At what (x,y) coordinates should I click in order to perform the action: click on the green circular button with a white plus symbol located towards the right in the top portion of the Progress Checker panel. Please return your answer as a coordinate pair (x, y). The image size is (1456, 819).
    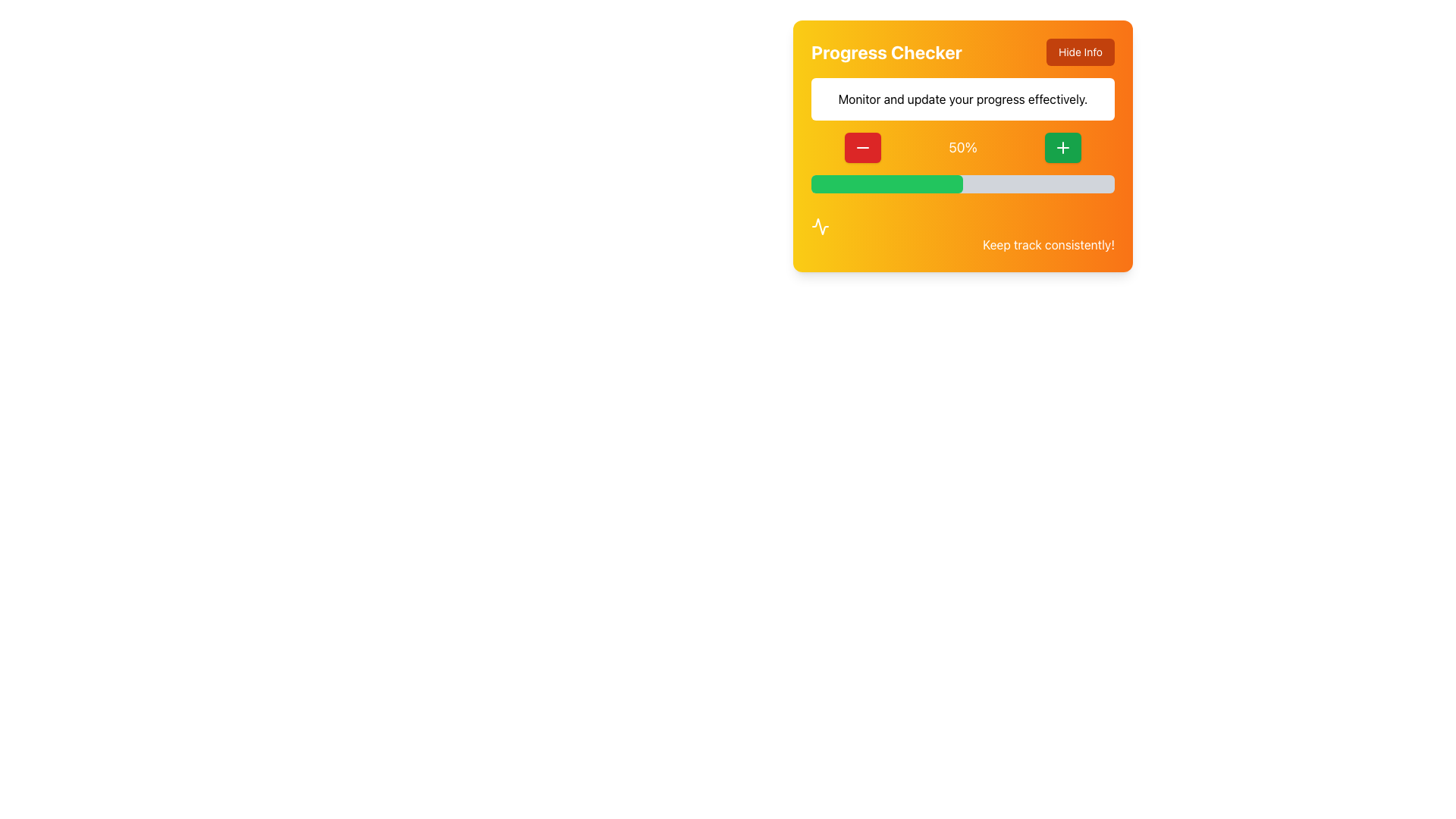
    Looking at the image, I should click on (1062, 148).